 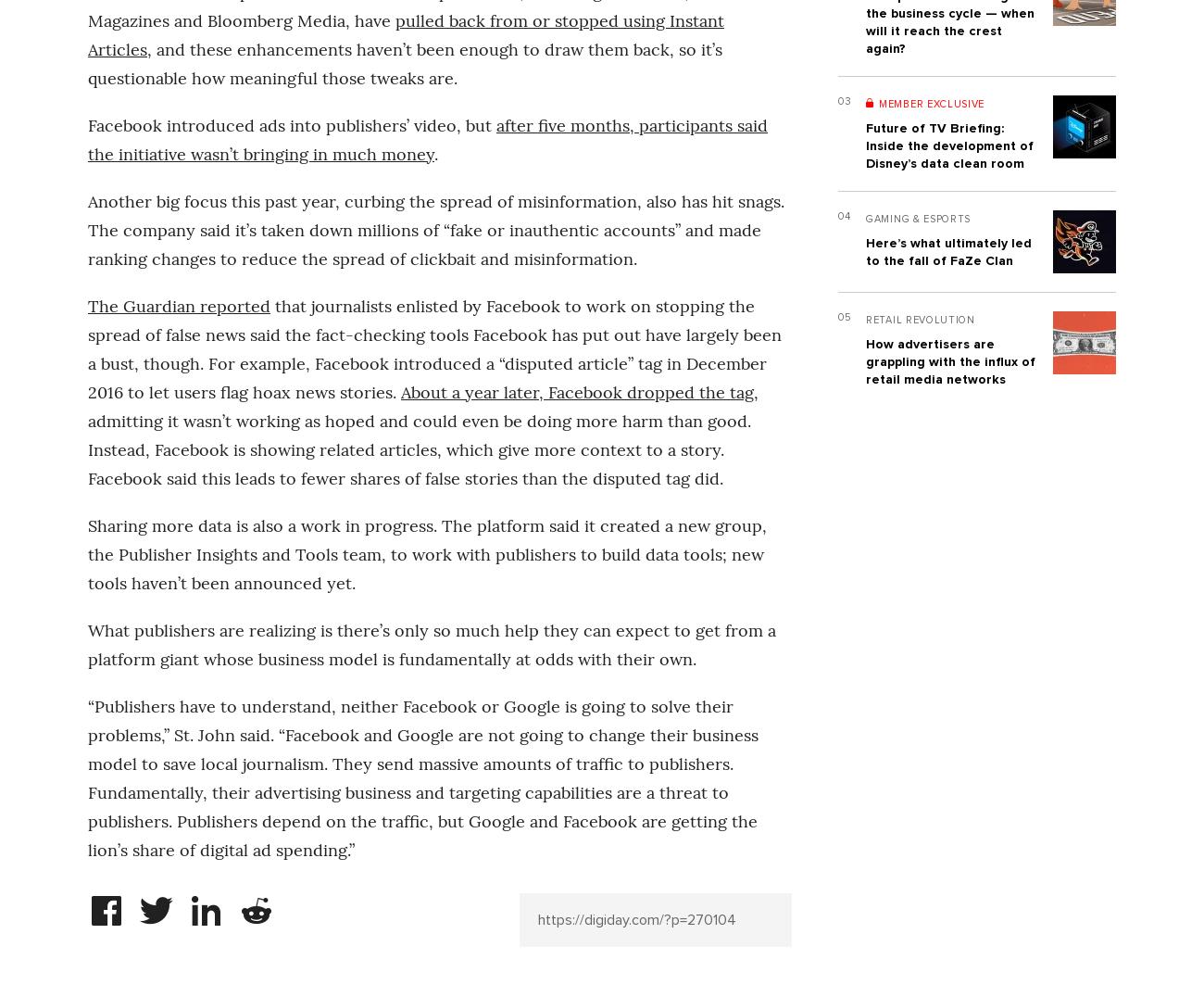 I want to click on '03', so click(x=843, y=100).